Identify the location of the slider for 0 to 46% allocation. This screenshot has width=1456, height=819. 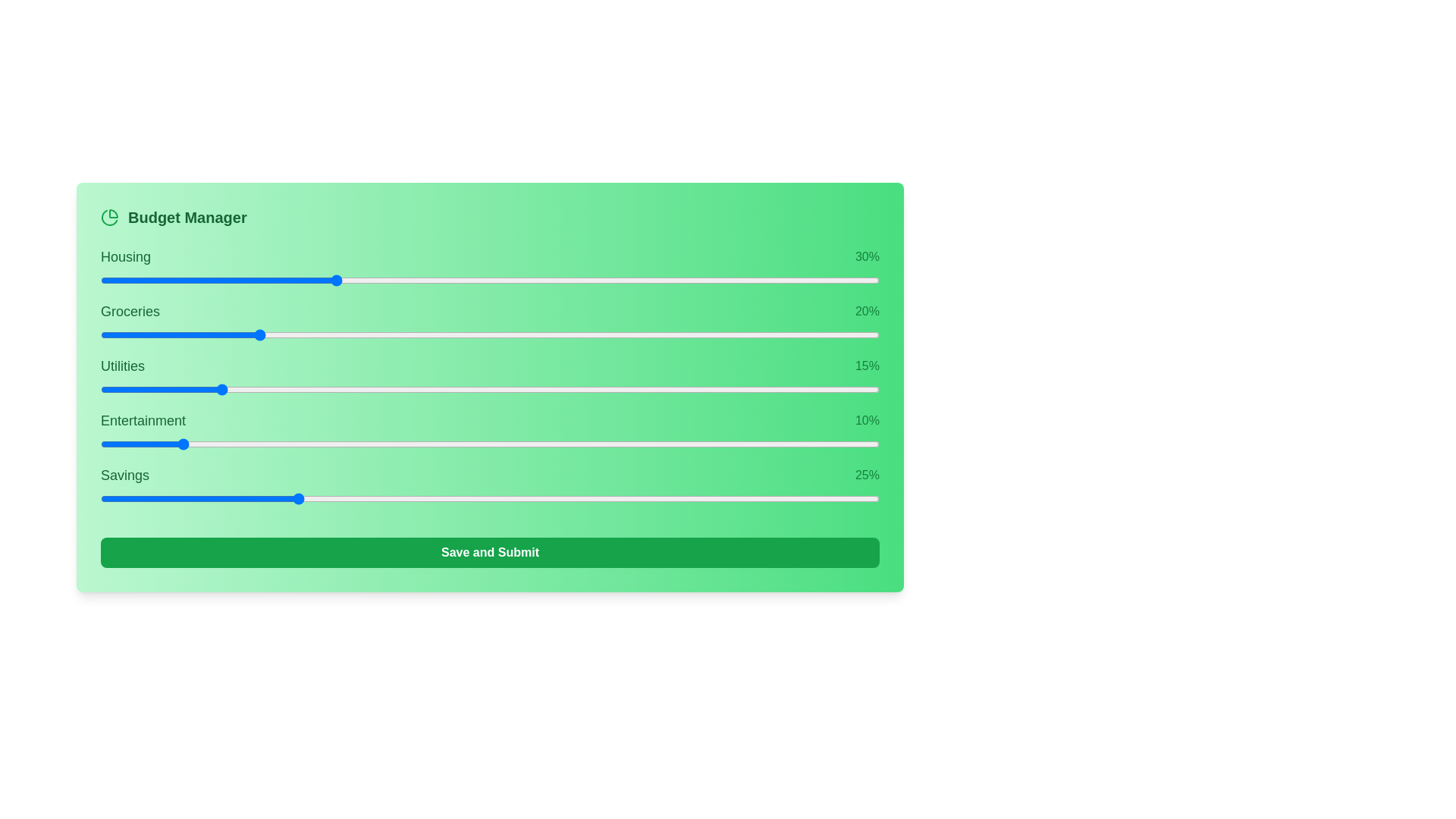
(668, 281).